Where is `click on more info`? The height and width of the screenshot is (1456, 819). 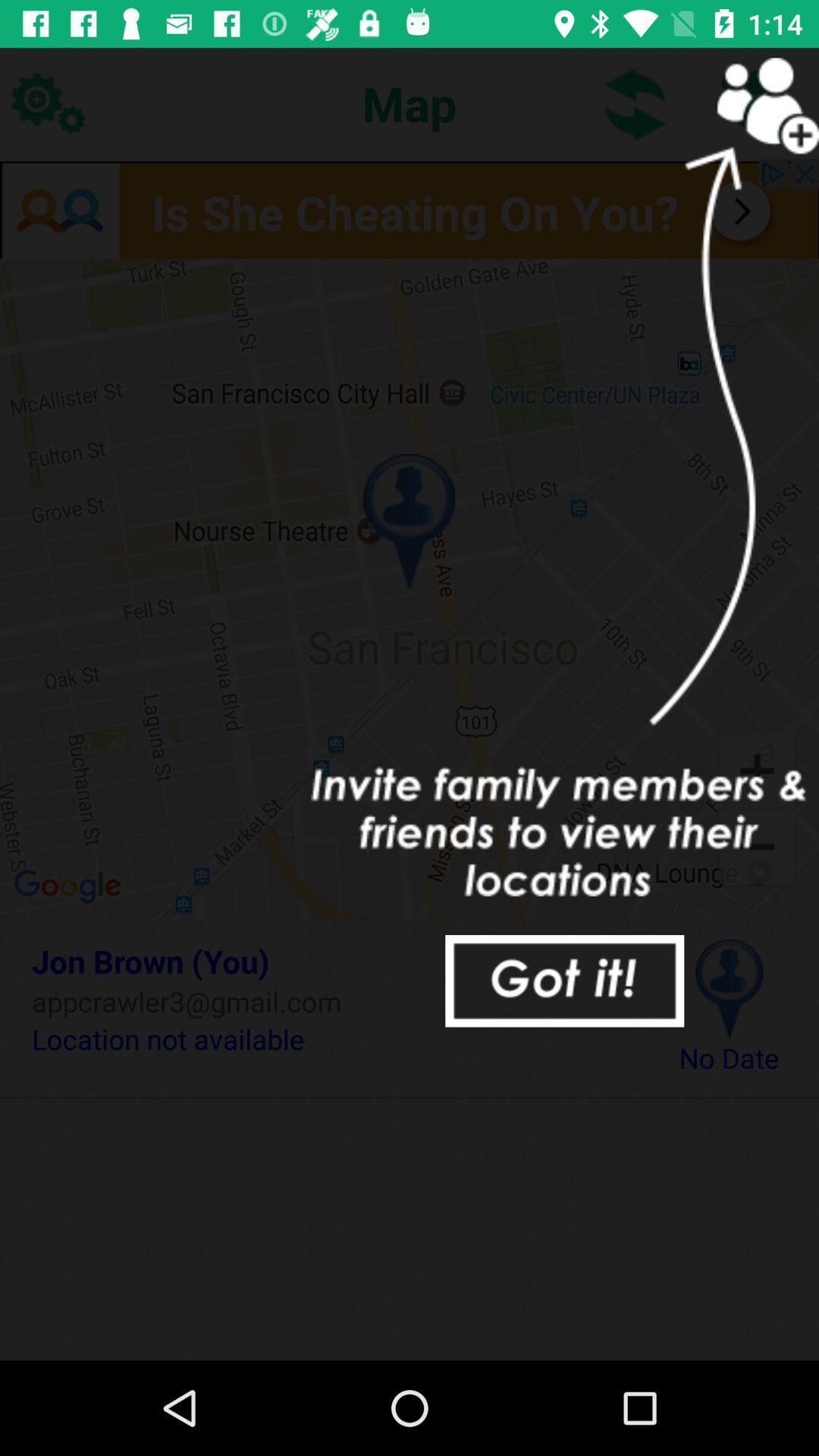 click on more info is located at coordinates (409, 208).